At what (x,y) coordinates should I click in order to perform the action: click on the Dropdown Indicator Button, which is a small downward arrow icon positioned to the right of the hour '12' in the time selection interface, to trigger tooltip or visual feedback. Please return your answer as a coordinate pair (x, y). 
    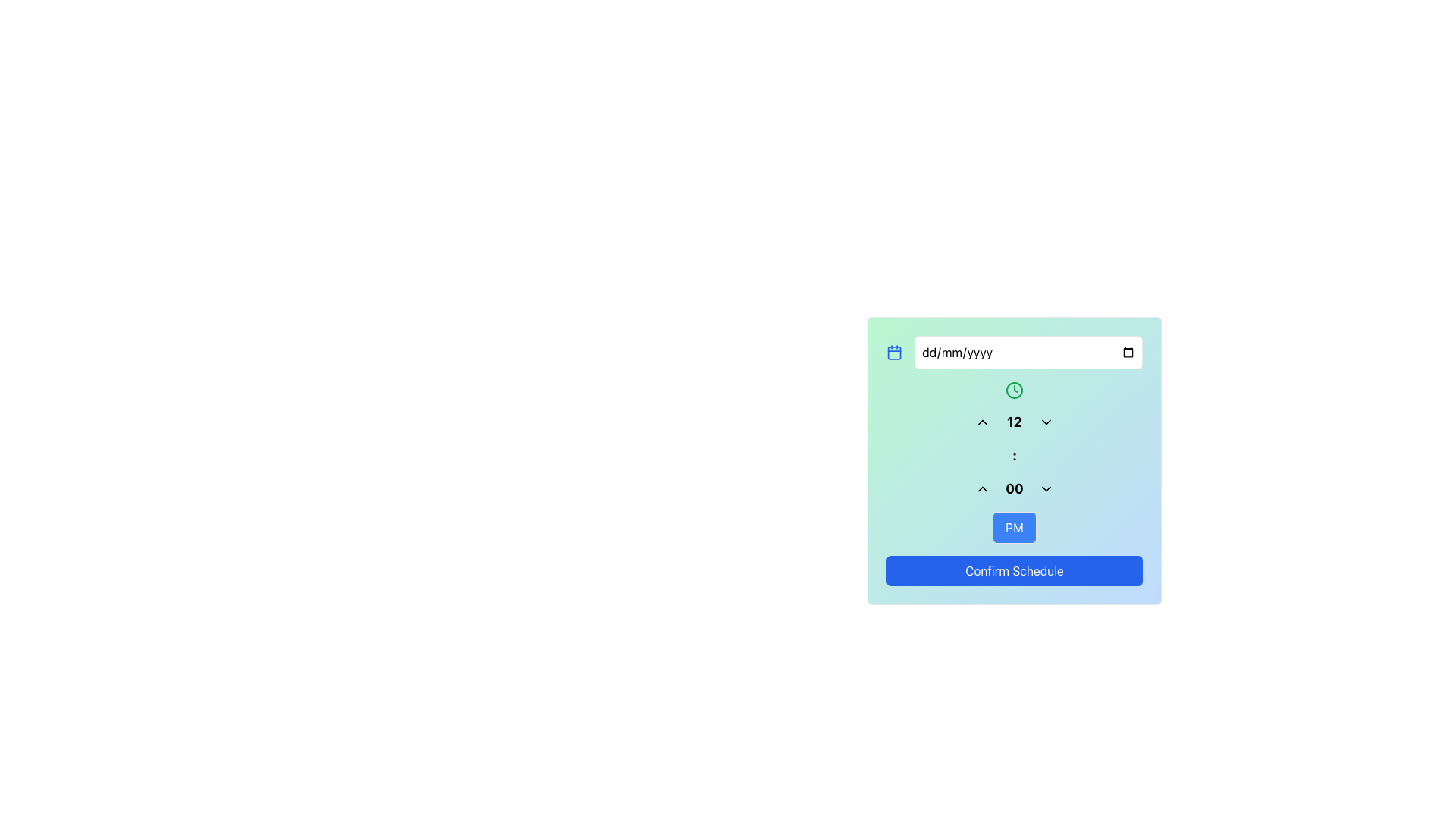
    Looking at the image, I should click on (1046, 422).